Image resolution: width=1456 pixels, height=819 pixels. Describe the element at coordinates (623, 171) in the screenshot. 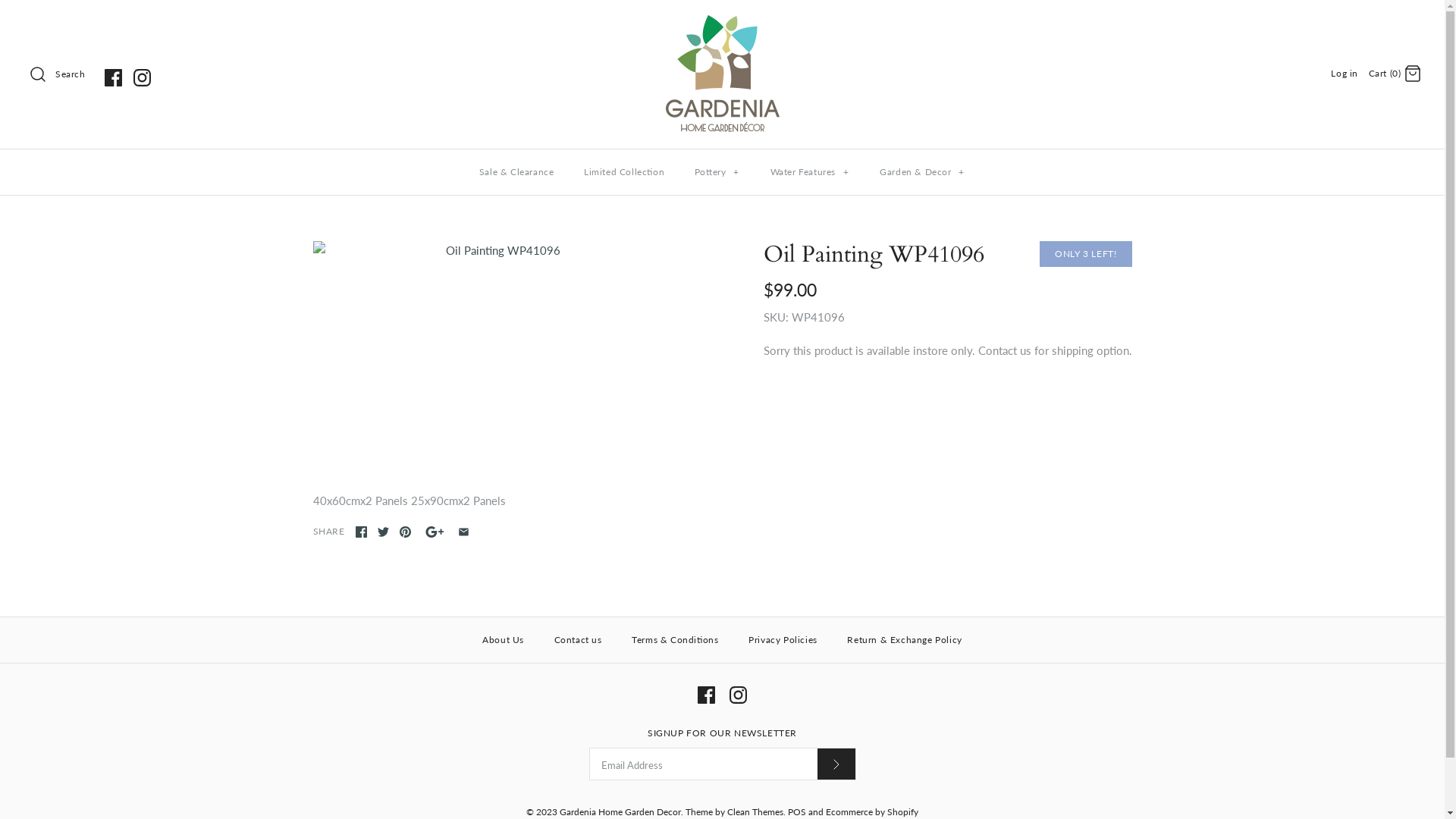

I see `'Limited Collection'` at that location.